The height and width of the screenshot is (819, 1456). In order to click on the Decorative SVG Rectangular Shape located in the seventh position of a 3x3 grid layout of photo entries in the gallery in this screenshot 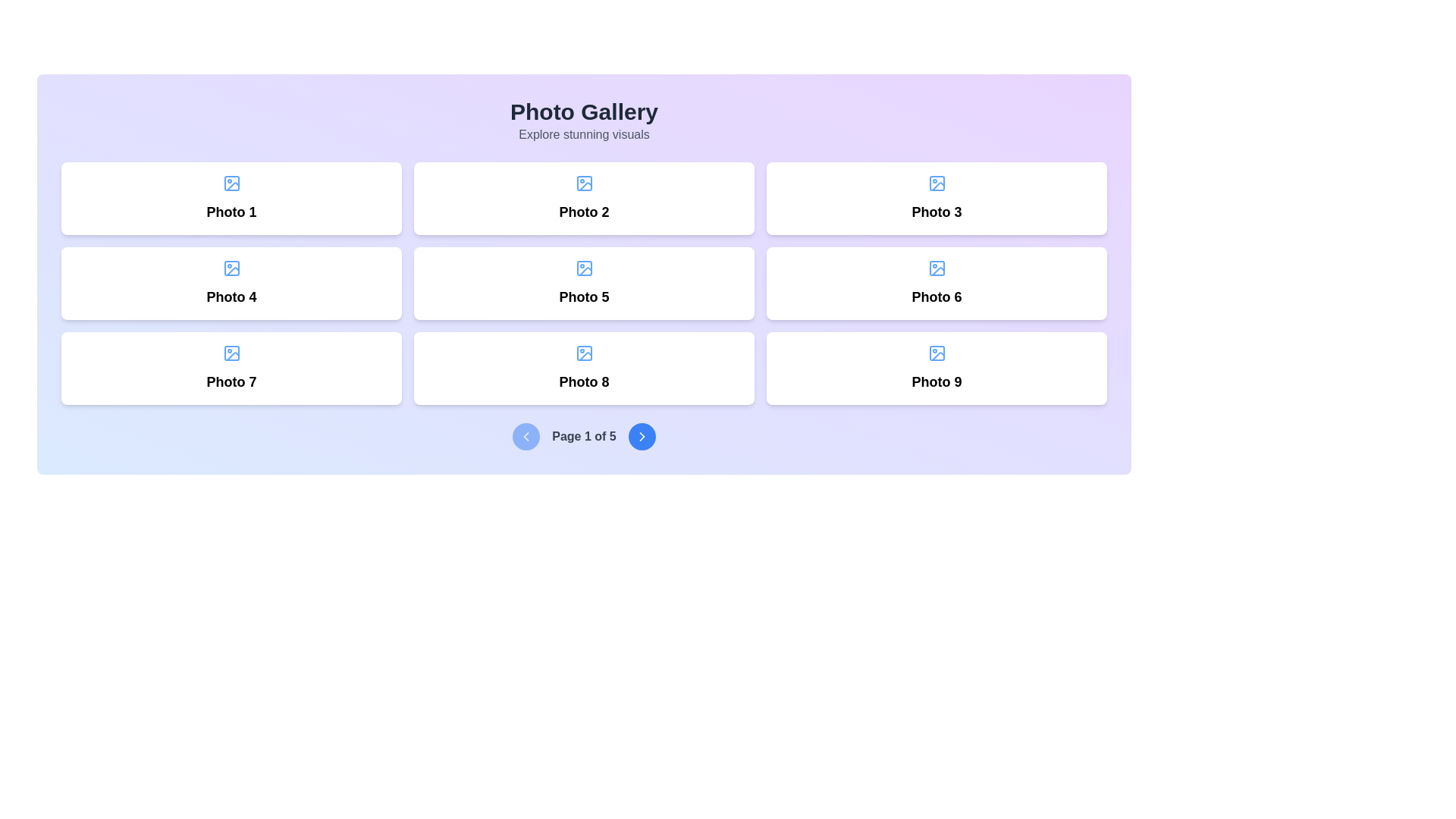, I will do `click(231, 353)`.